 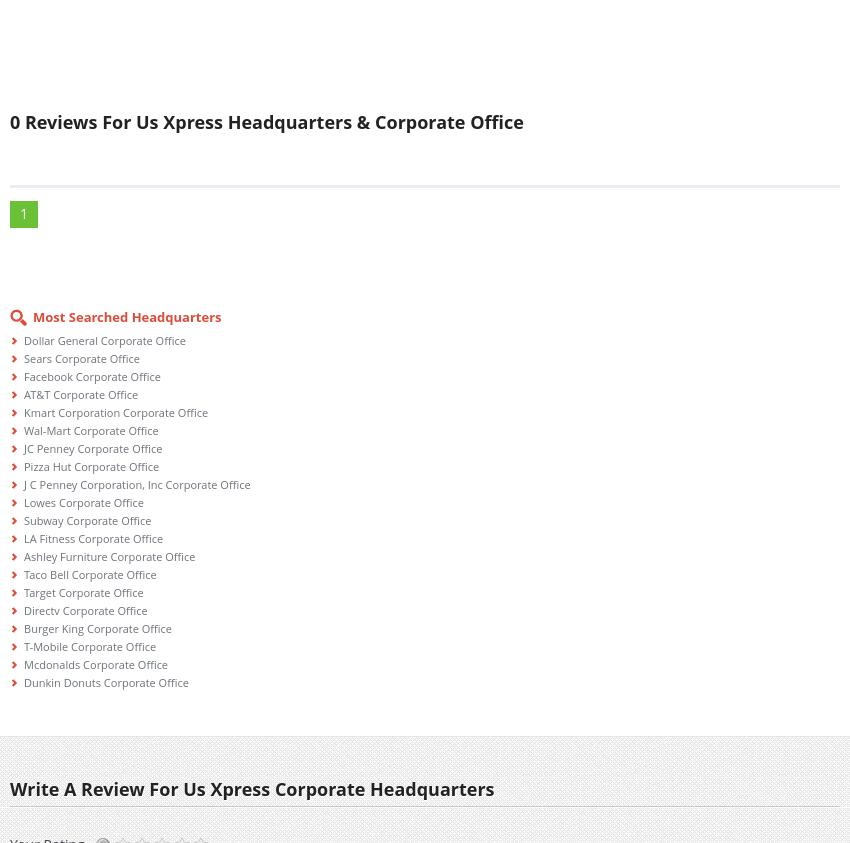 I want to click on 'Lowes Corporate Office', so click(x=83, y=502).